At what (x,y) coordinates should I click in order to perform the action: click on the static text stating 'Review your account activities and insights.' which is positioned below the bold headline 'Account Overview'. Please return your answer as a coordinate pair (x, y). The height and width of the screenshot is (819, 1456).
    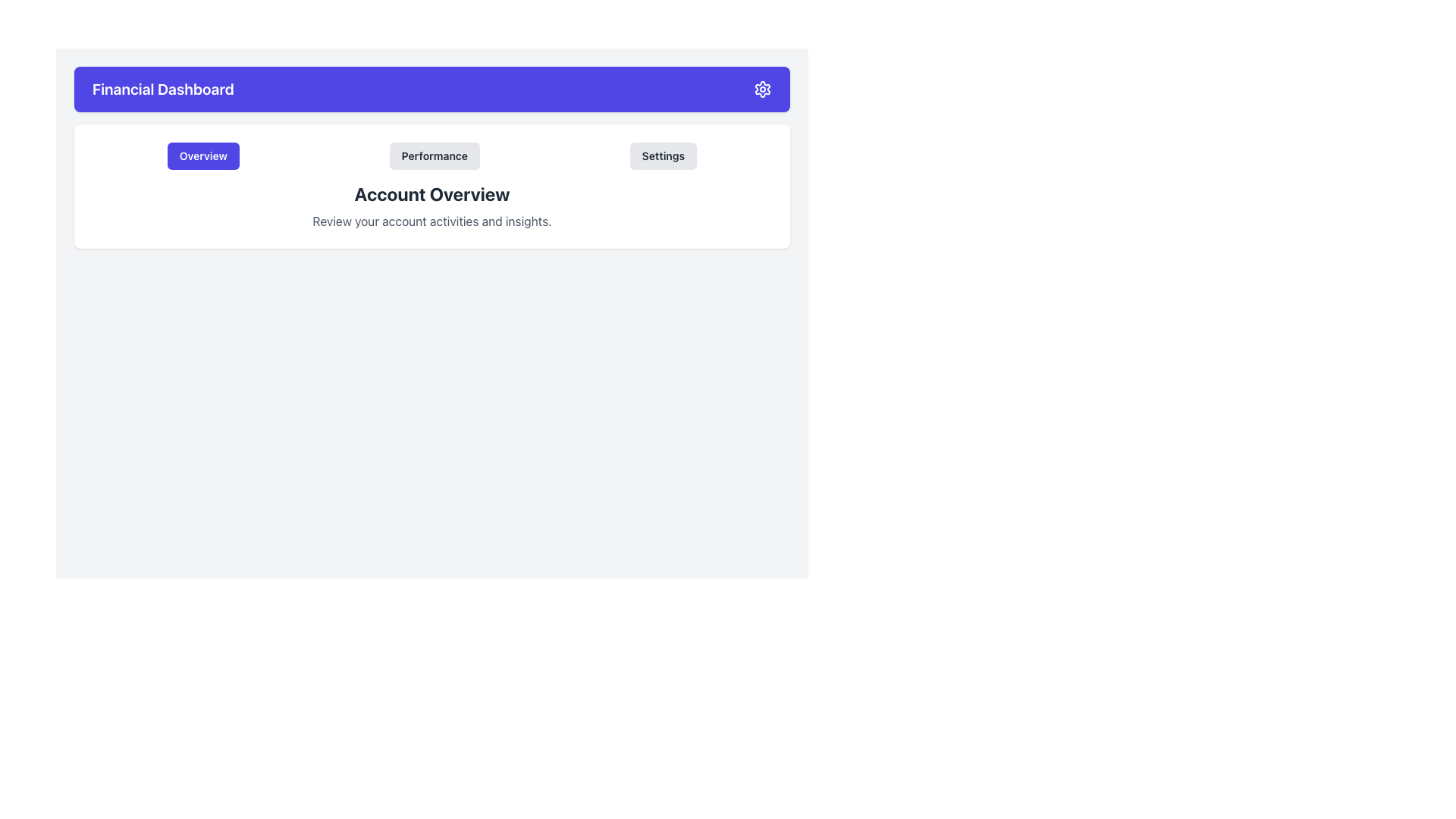
    Looking at the image, I should click on (431, 221).